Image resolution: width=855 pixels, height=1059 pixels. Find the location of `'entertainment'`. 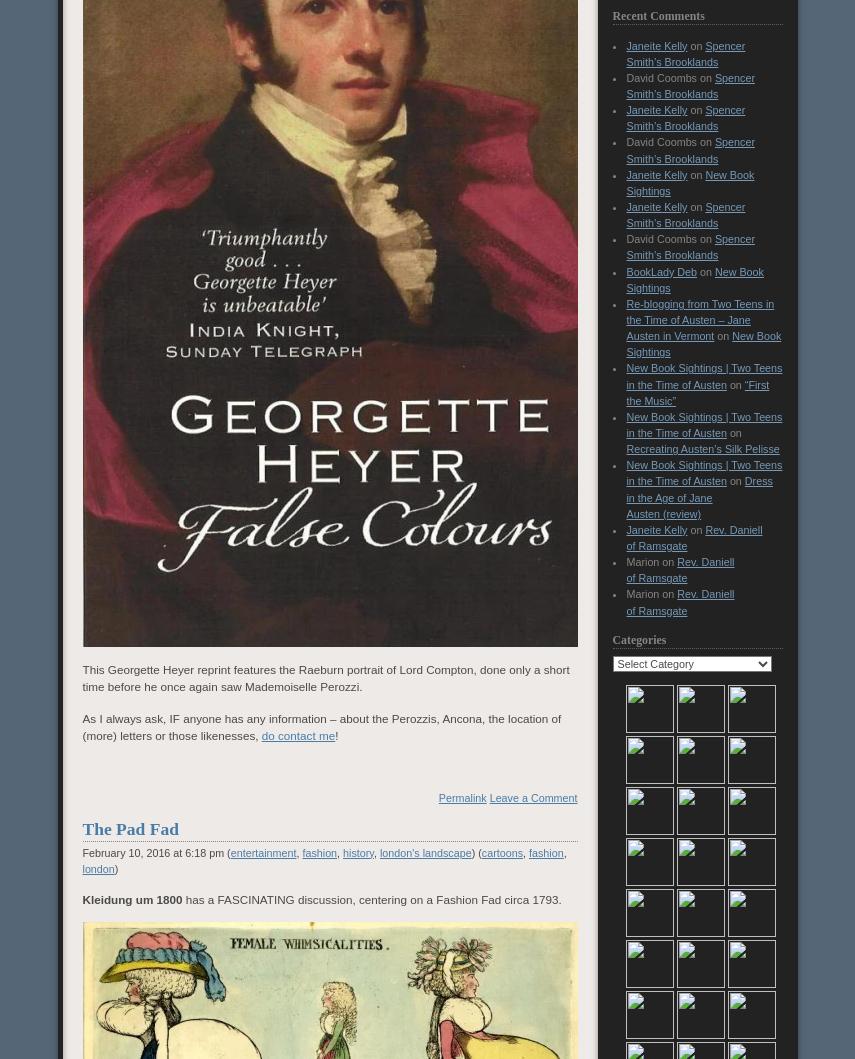

'entertainment' is located at coordinates (261, 851).